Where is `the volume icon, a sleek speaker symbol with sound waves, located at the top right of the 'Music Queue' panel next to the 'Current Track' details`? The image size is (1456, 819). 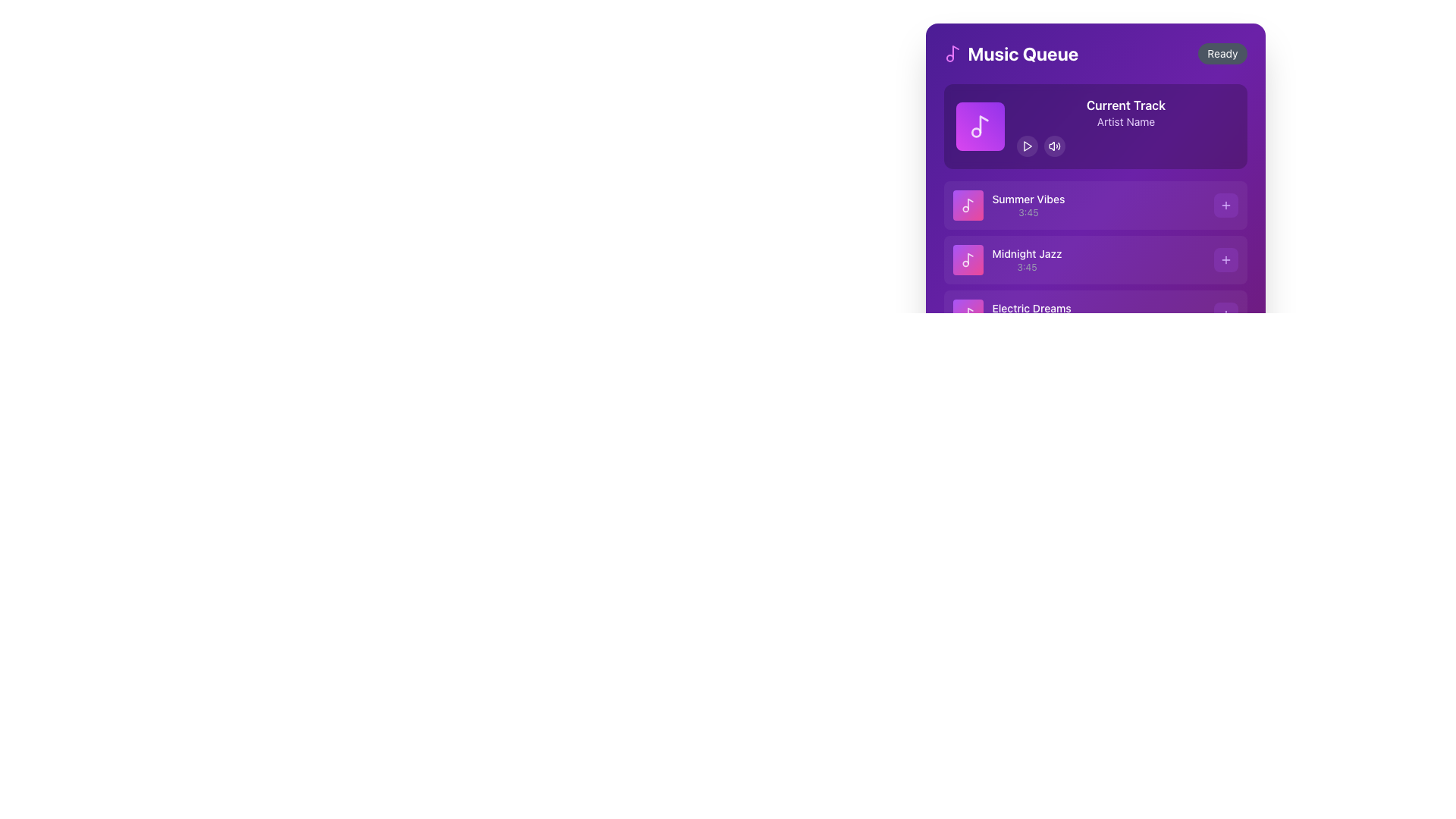
the volume icon, a sleek speaker symbol with sound waves, located at the top right of the 'Music Queue' panel next to the 'Current Track' details is located at coordinates (1053, 146).